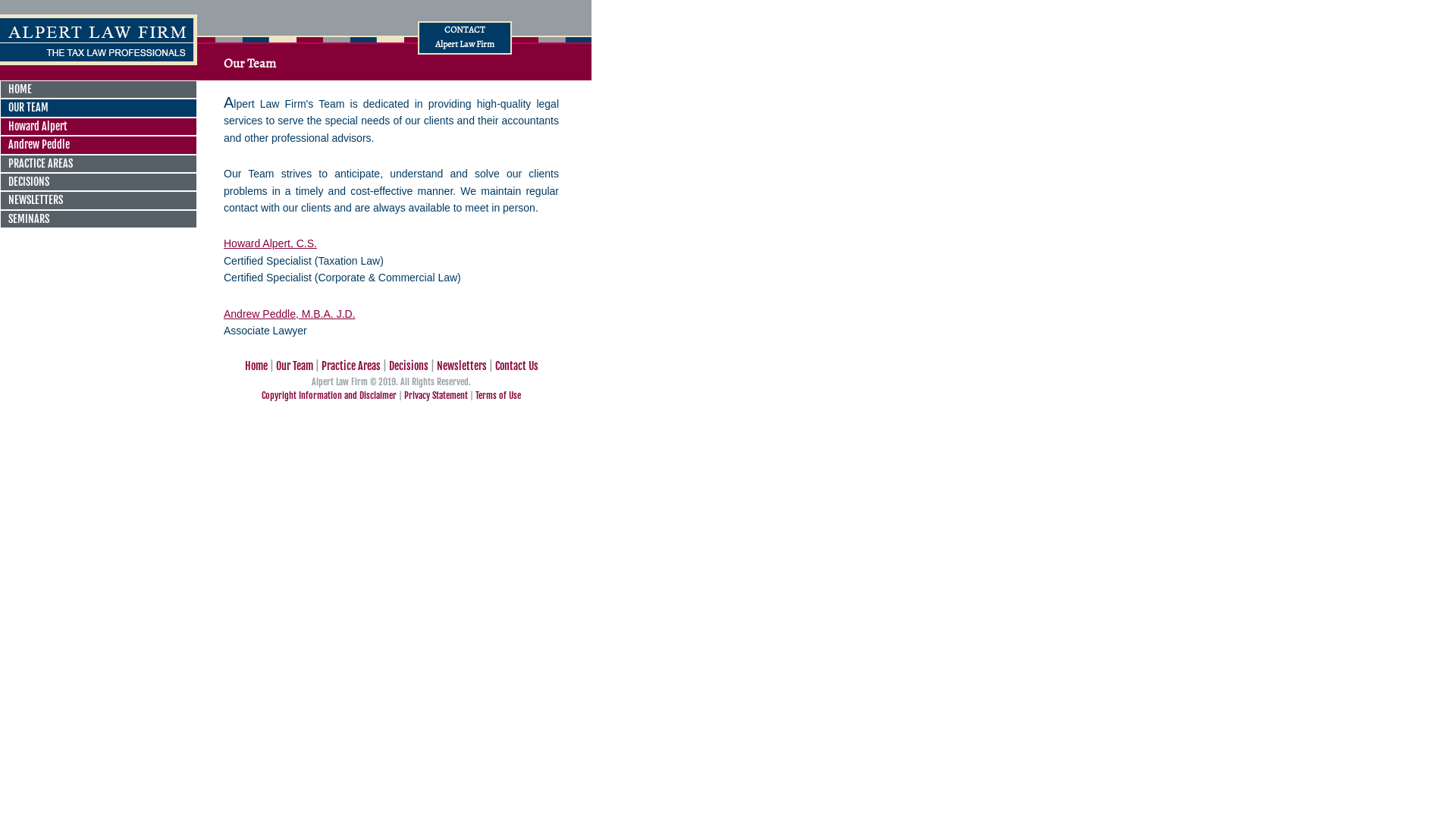 Image resolution: width=1456 pixels, height=819 pixels. I want to click on 'Home', so click(255, 366).